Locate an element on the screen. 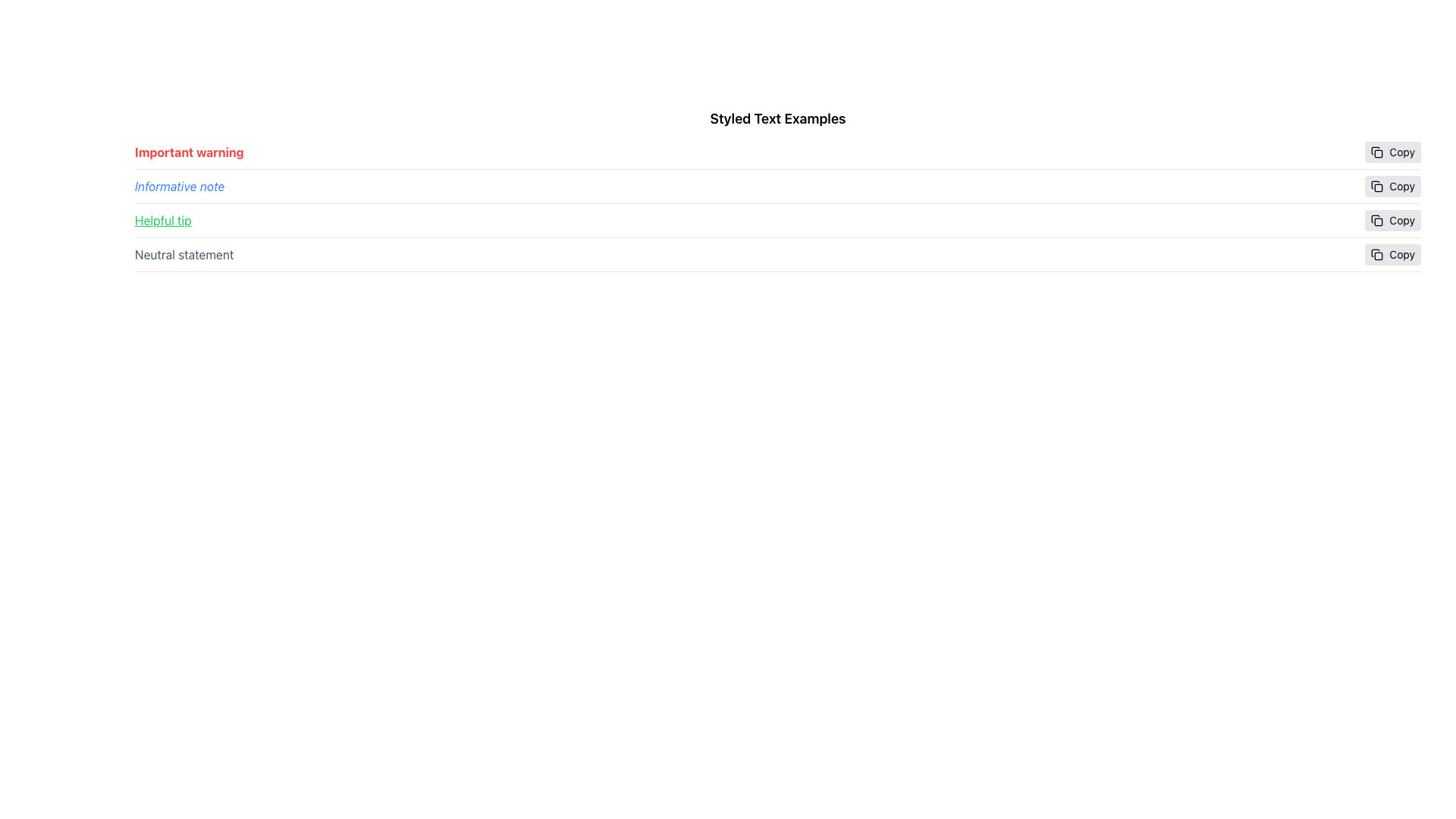 The width and height of the screenshot is (1456, 819). the 'Copy' button with a duplicate document icon, which is positioned to the far right of the 'Neutral statement' text, to change its background color is located at coordinates (1393, 253).